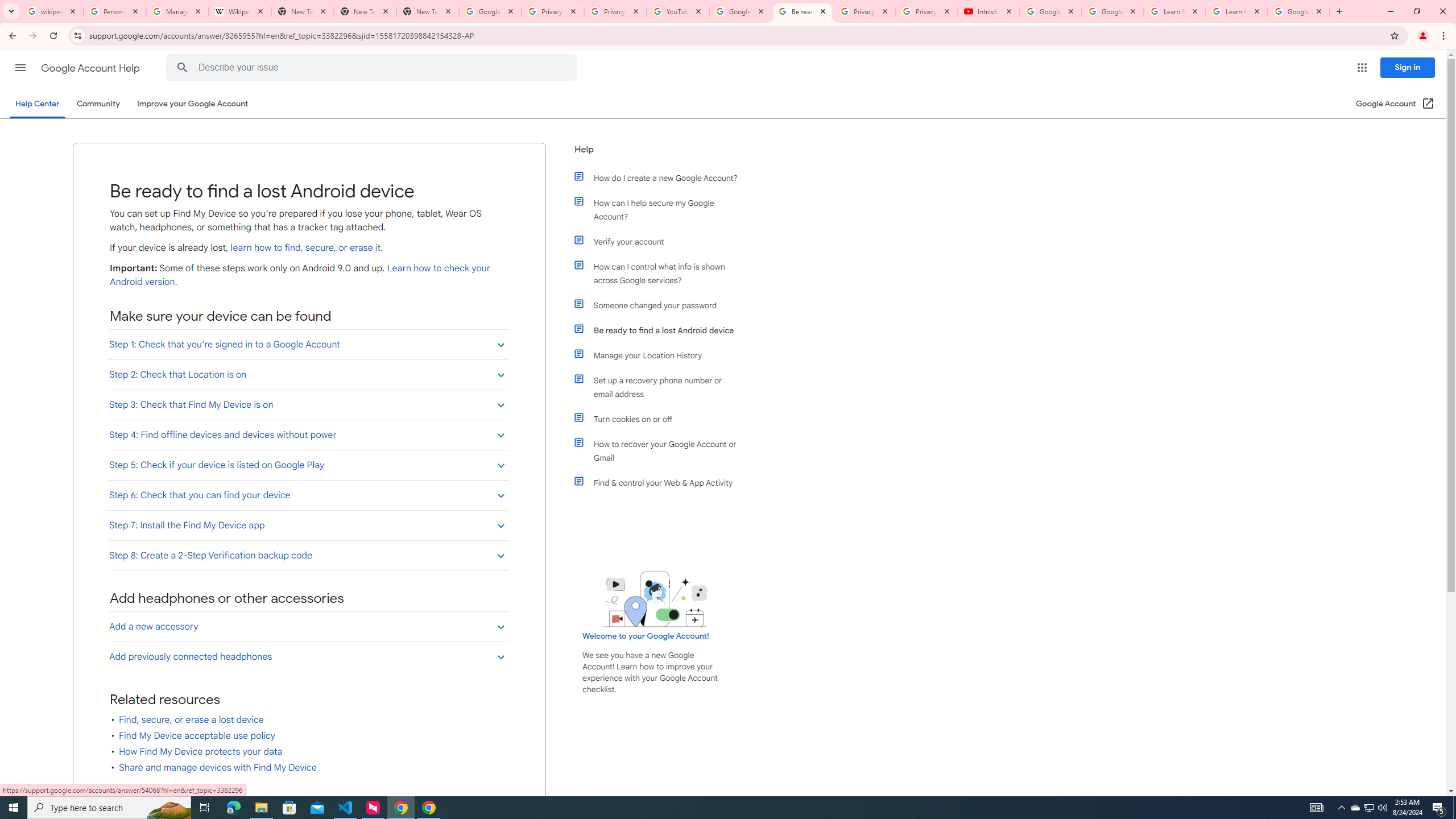  Describe the element at coordinates (661, 178) in the screenshot. I see `'How do I create a new Google Account?'` at that location.